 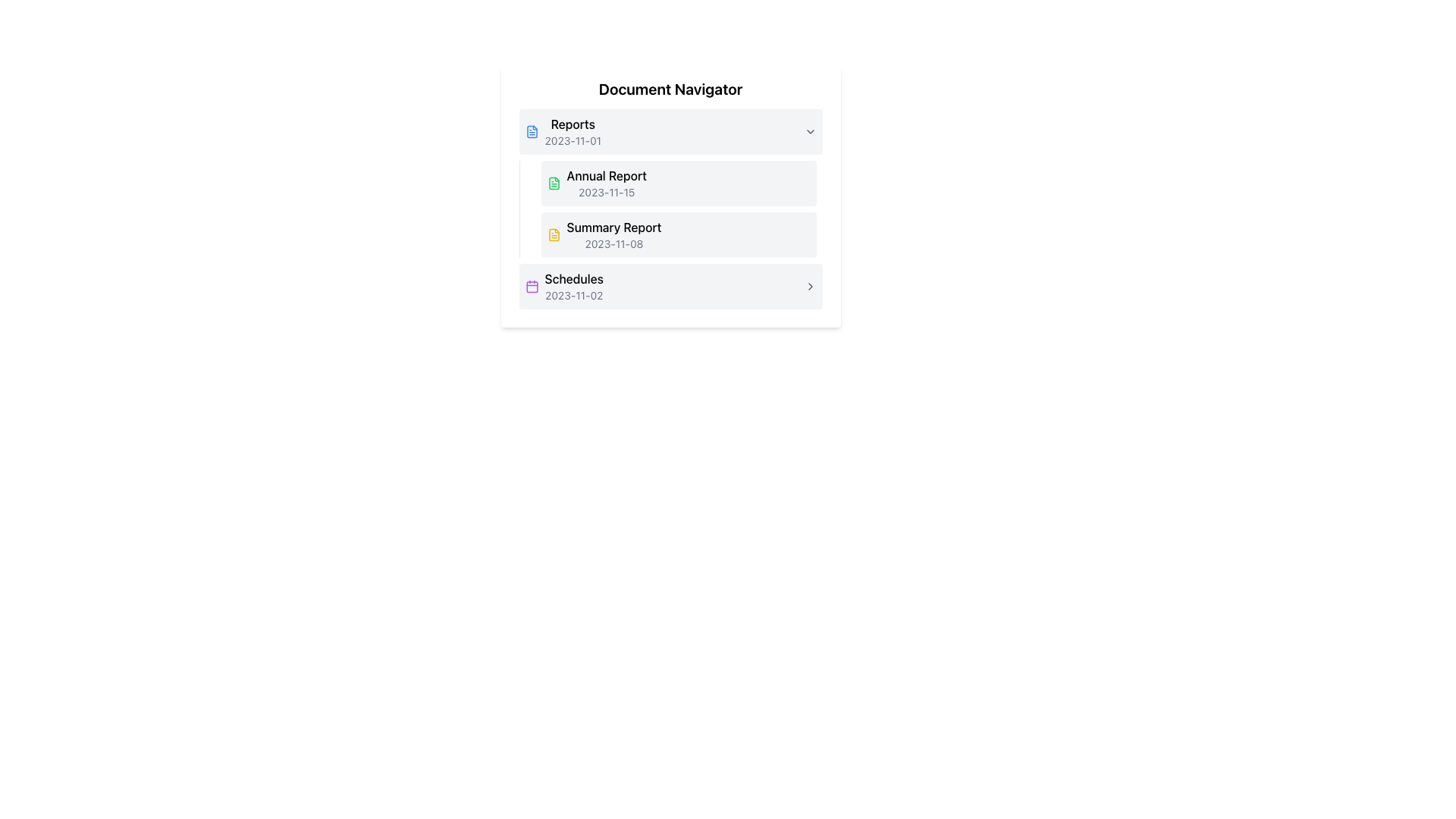 What do you see at coordinates (613, 234) in the screenshot?
I see `the List item labeled 'Summary Report' with the date '2023-11-08'` at bounding box center [613, 234].